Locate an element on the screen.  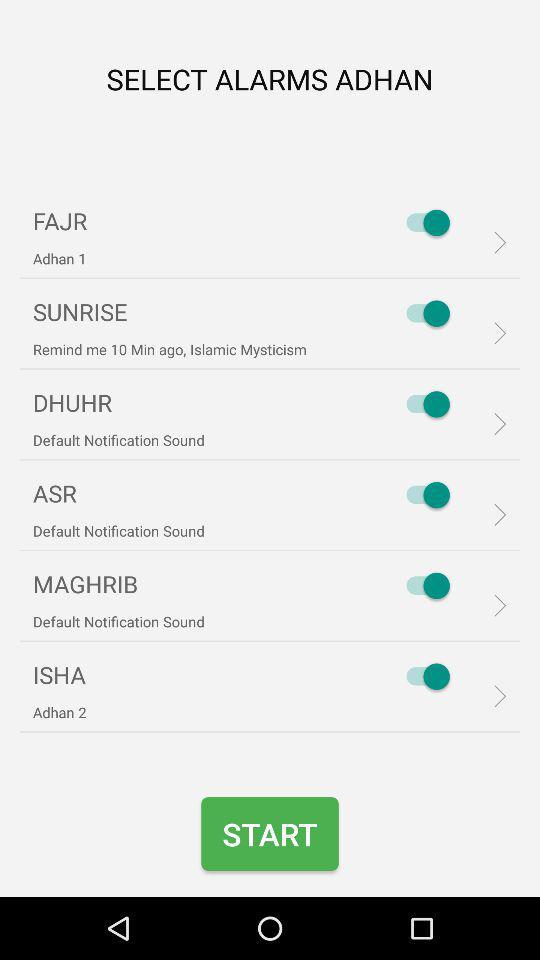
start is located at coordinates (270, 834).